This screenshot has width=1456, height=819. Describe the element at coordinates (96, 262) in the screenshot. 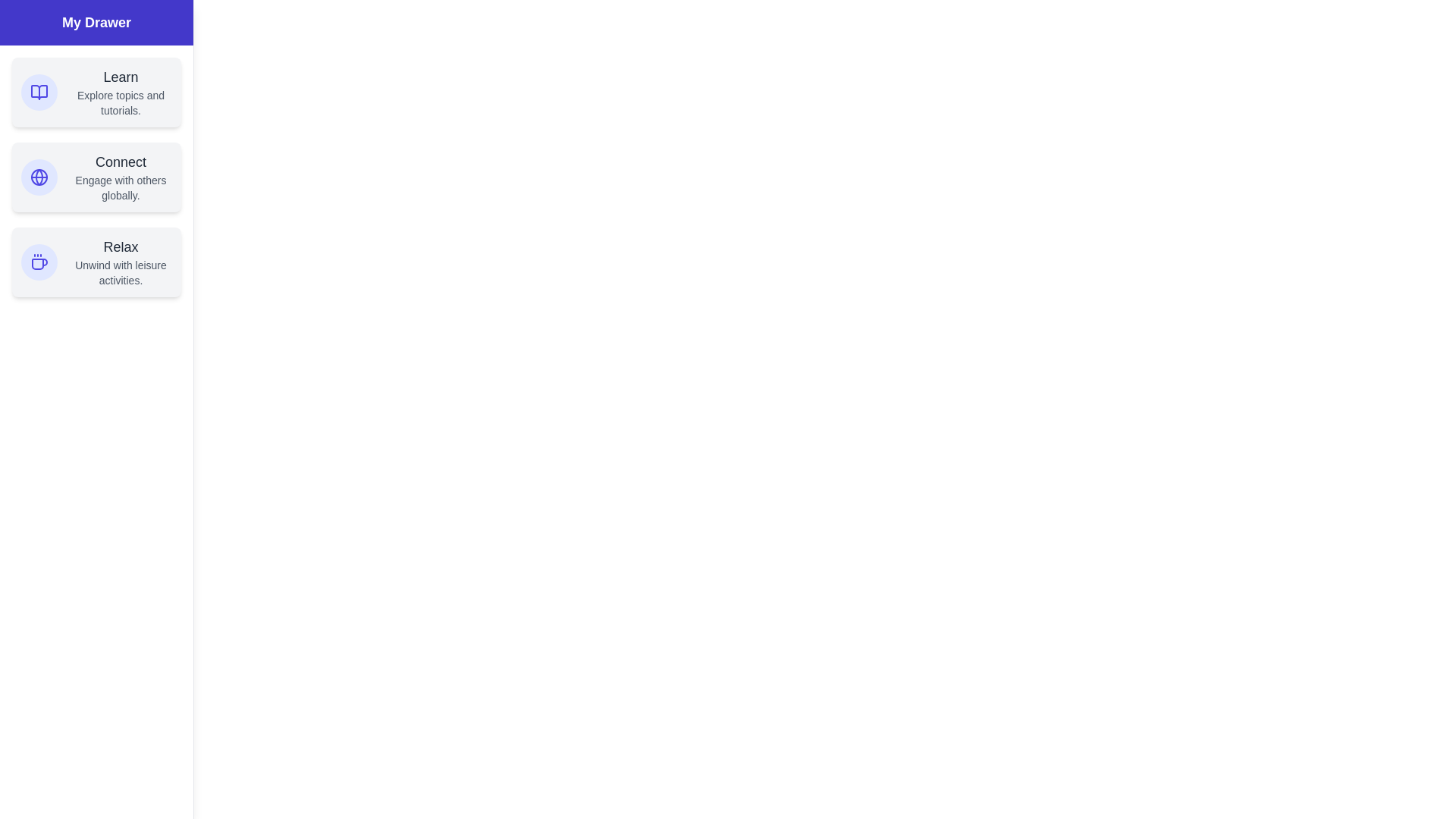

I see `the section Relax in the drawer` at that location.